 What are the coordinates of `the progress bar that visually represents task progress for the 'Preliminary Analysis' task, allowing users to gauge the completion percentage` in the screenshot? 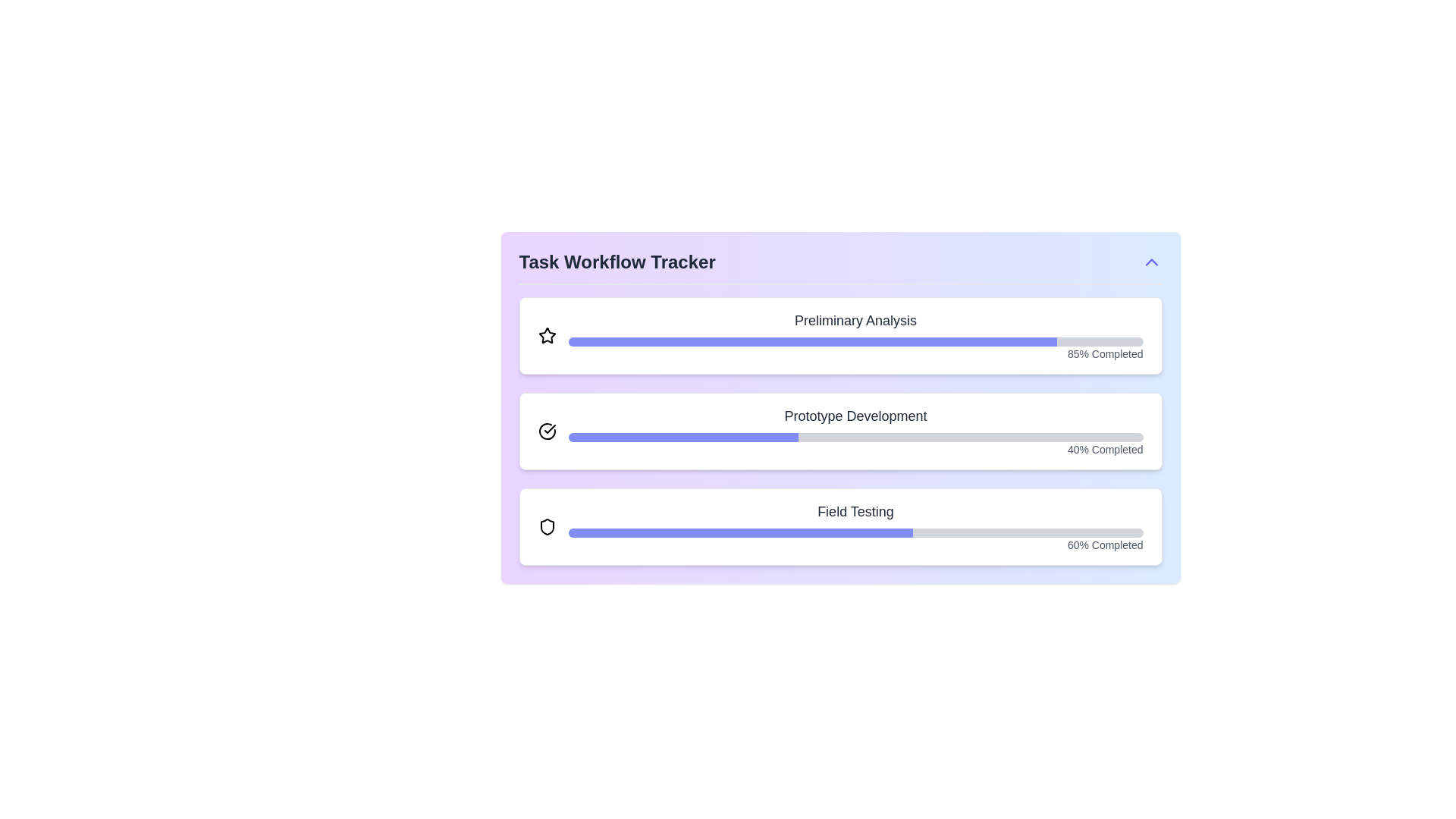 It's located at (855, 342).